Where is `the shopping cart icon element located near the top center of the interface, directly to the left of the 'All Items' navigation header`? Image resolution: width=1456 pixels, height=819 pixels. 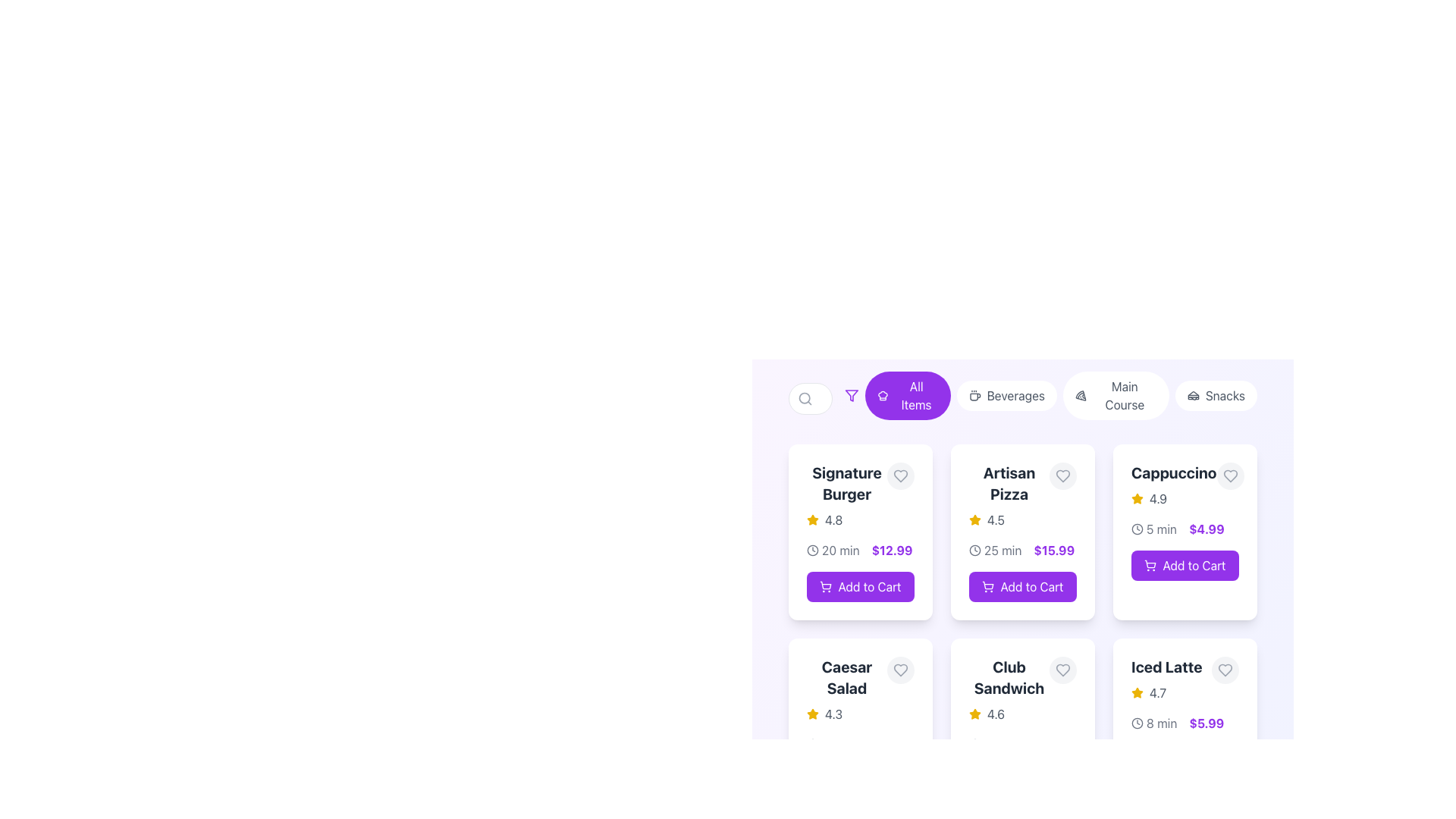 the shopping cart icon element located near the top center of the interface, directly to the left of the 'All Items' navigation header is located at coordinates (825, 584).